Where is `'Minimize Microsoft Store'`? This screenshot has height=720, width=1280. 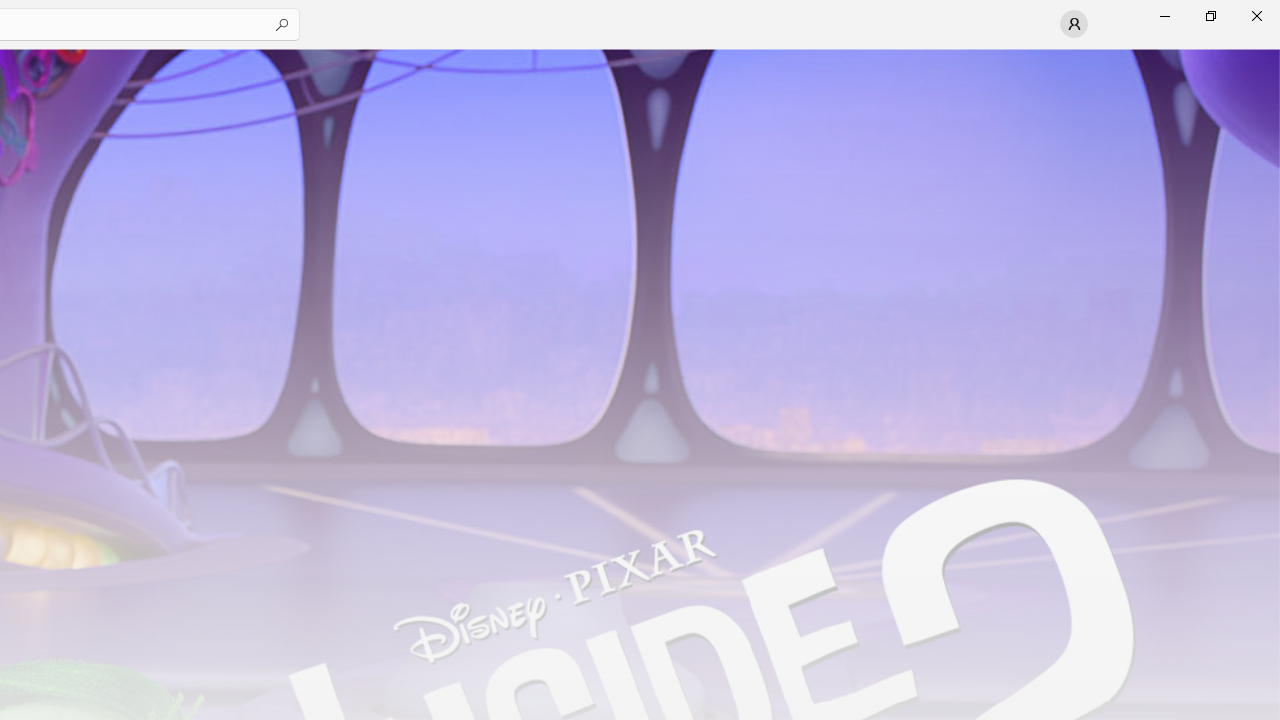
'Minimize Microsoft Store' is located at coordinates (1164, 15).